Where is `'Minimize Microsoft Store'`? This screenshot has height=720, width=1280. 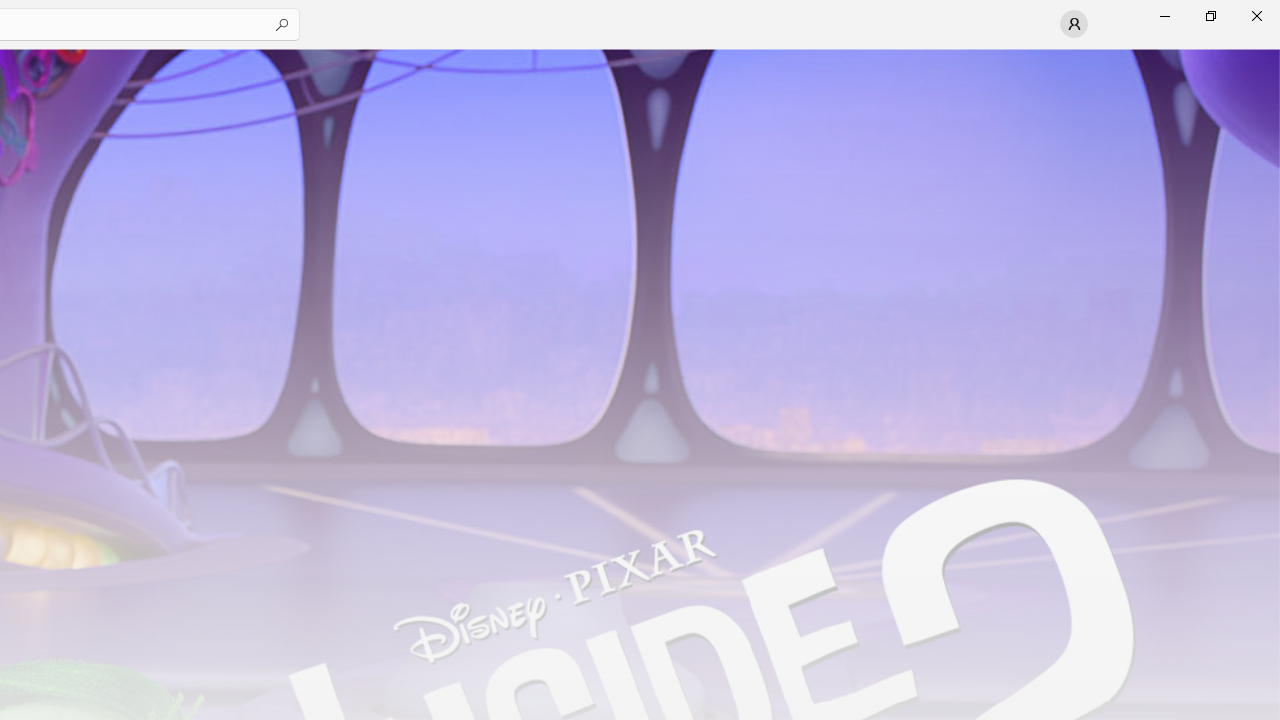
'Minimize Microsoft Store' is located at coordinates (1164, 15).